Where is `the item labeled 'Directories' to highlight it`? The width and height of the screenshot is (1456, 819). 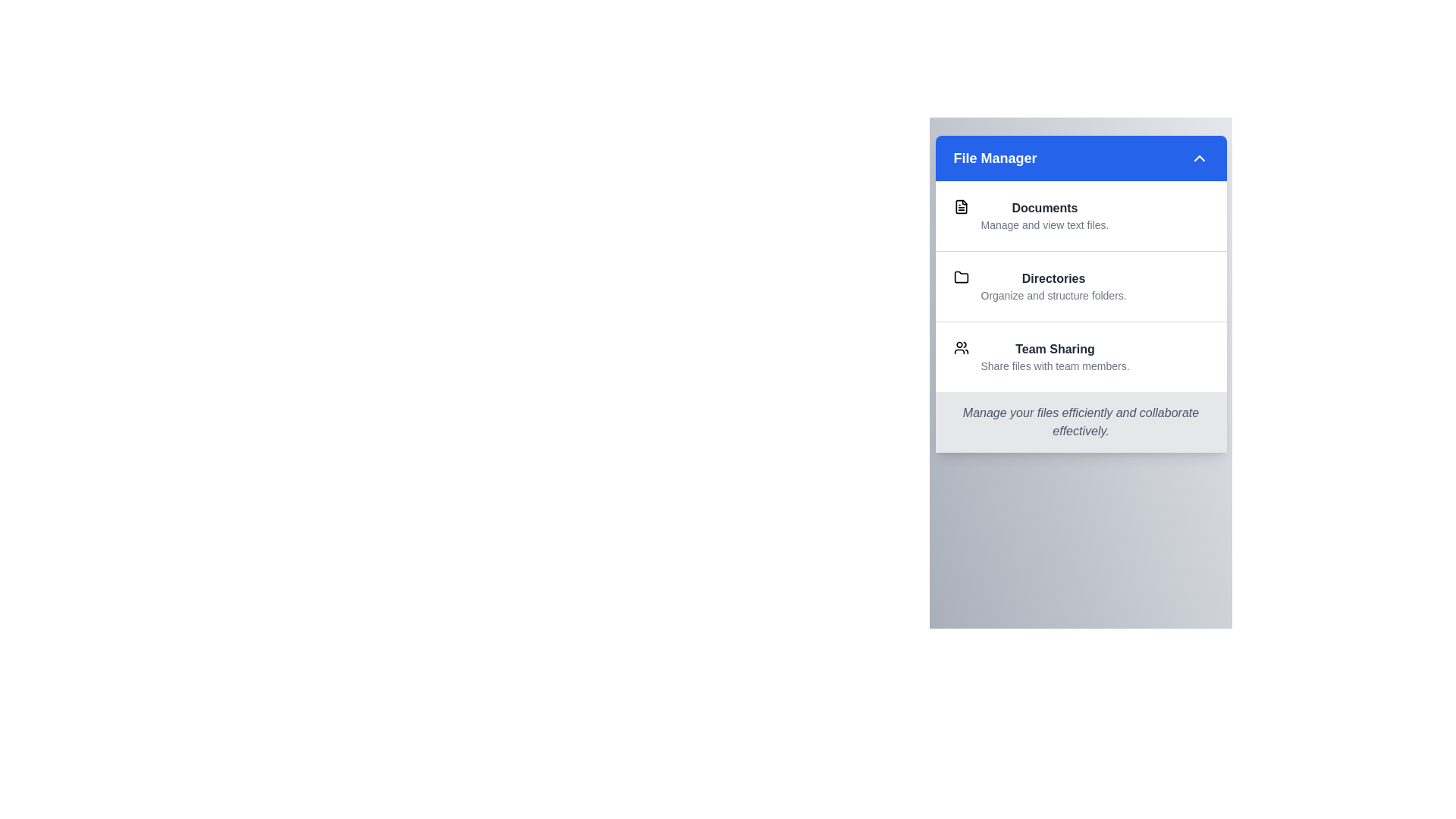 the item labeled 'Directories' to highlight it is located at coordinates (1080, 286).